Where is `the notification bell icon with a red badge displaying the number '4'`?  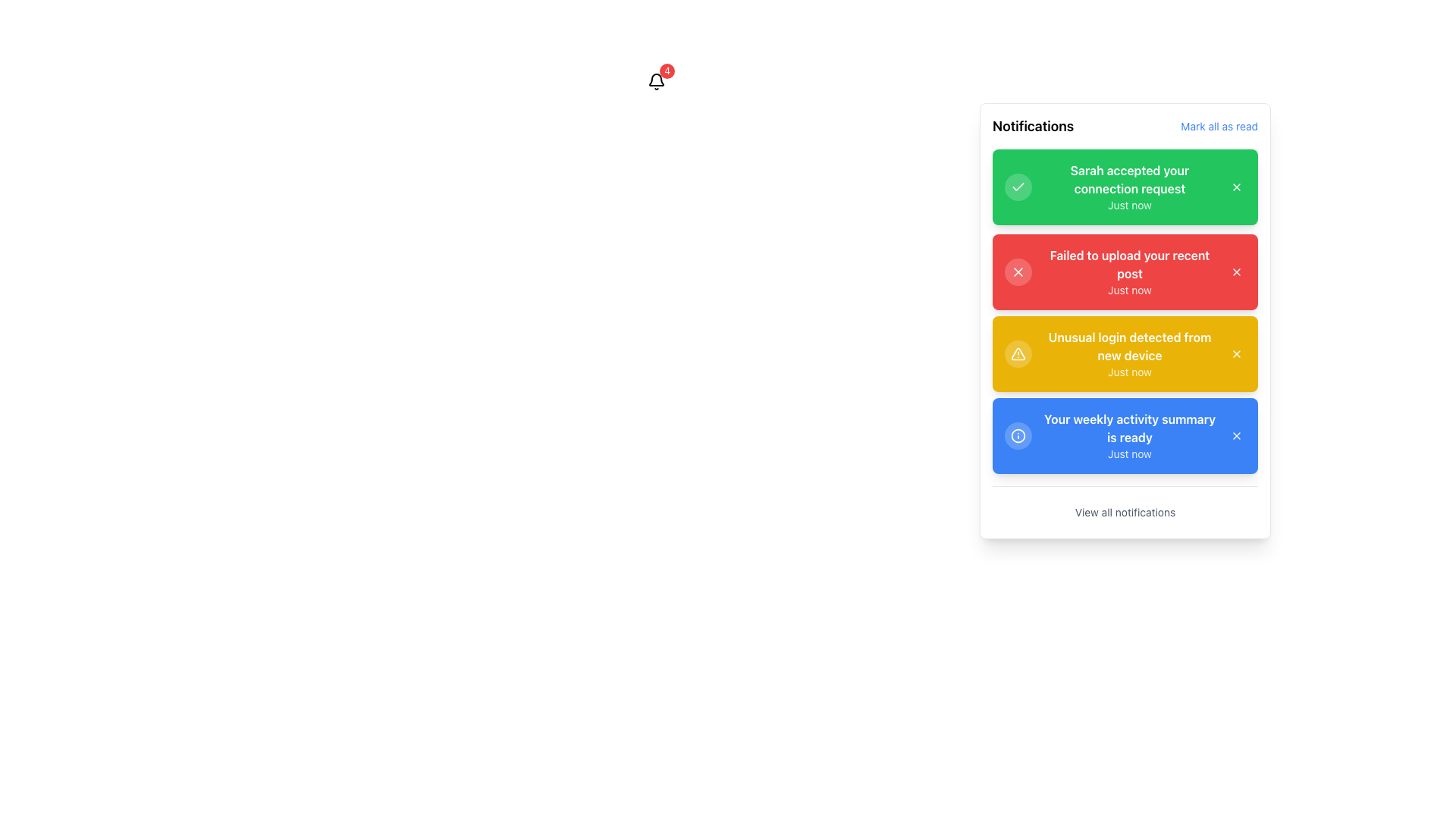
the notification bell icon with a red badge displaying the number '4' is located at coordinates (656, 82).